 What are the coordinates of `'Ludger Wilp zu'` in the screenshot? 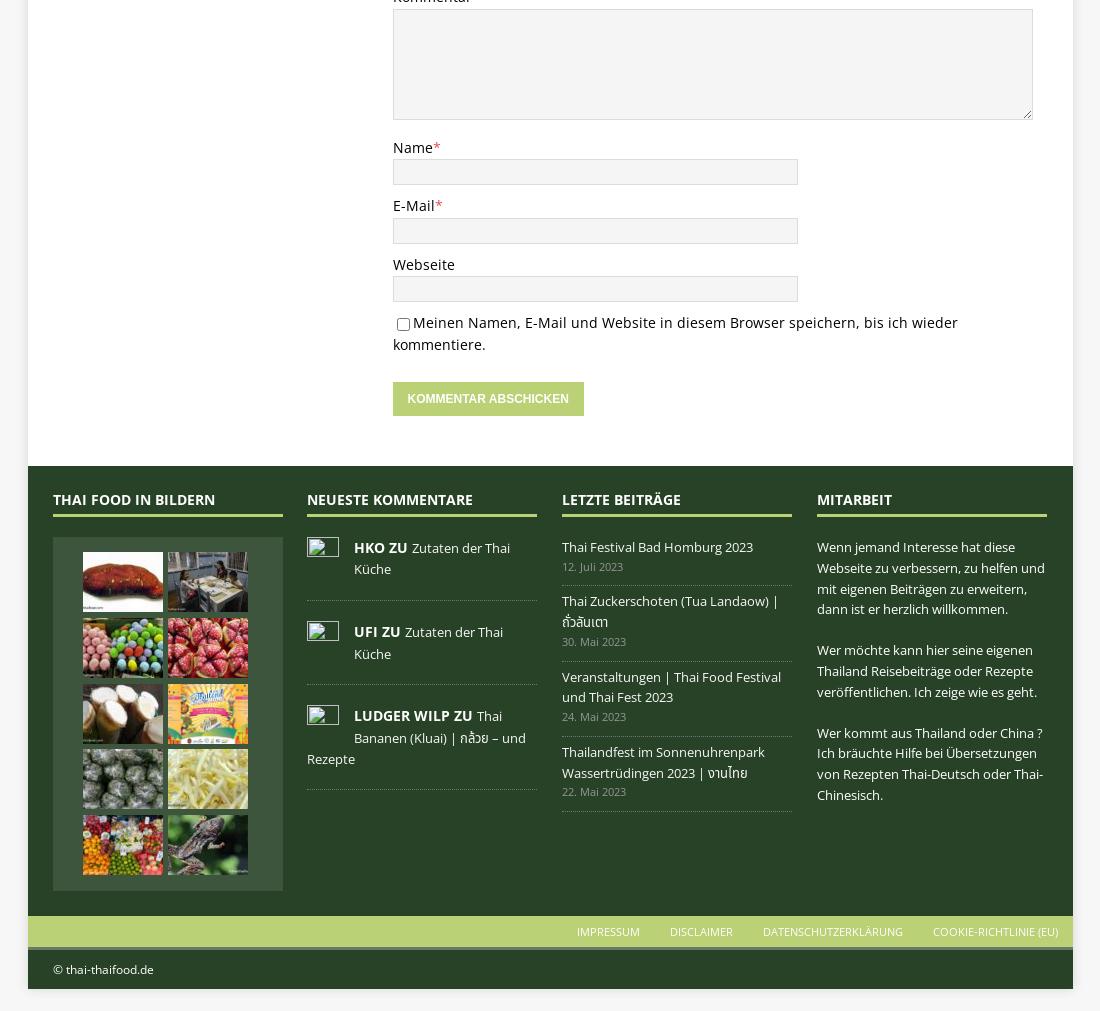 It's located at (414, 714).